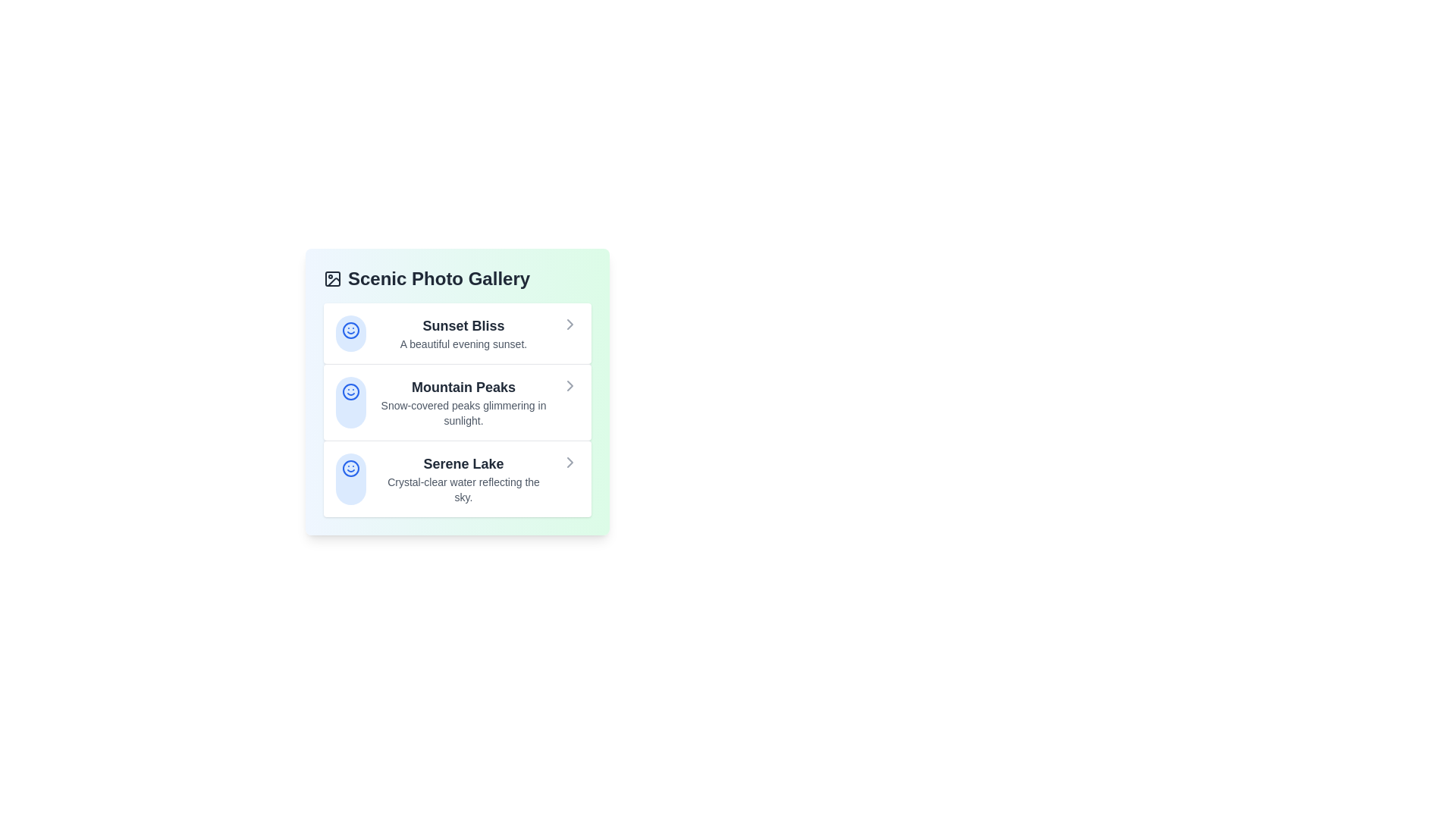 The image size is (1456, 819). I want to click on the gallery item corresponding to Serene Lake, so click(457, 479).